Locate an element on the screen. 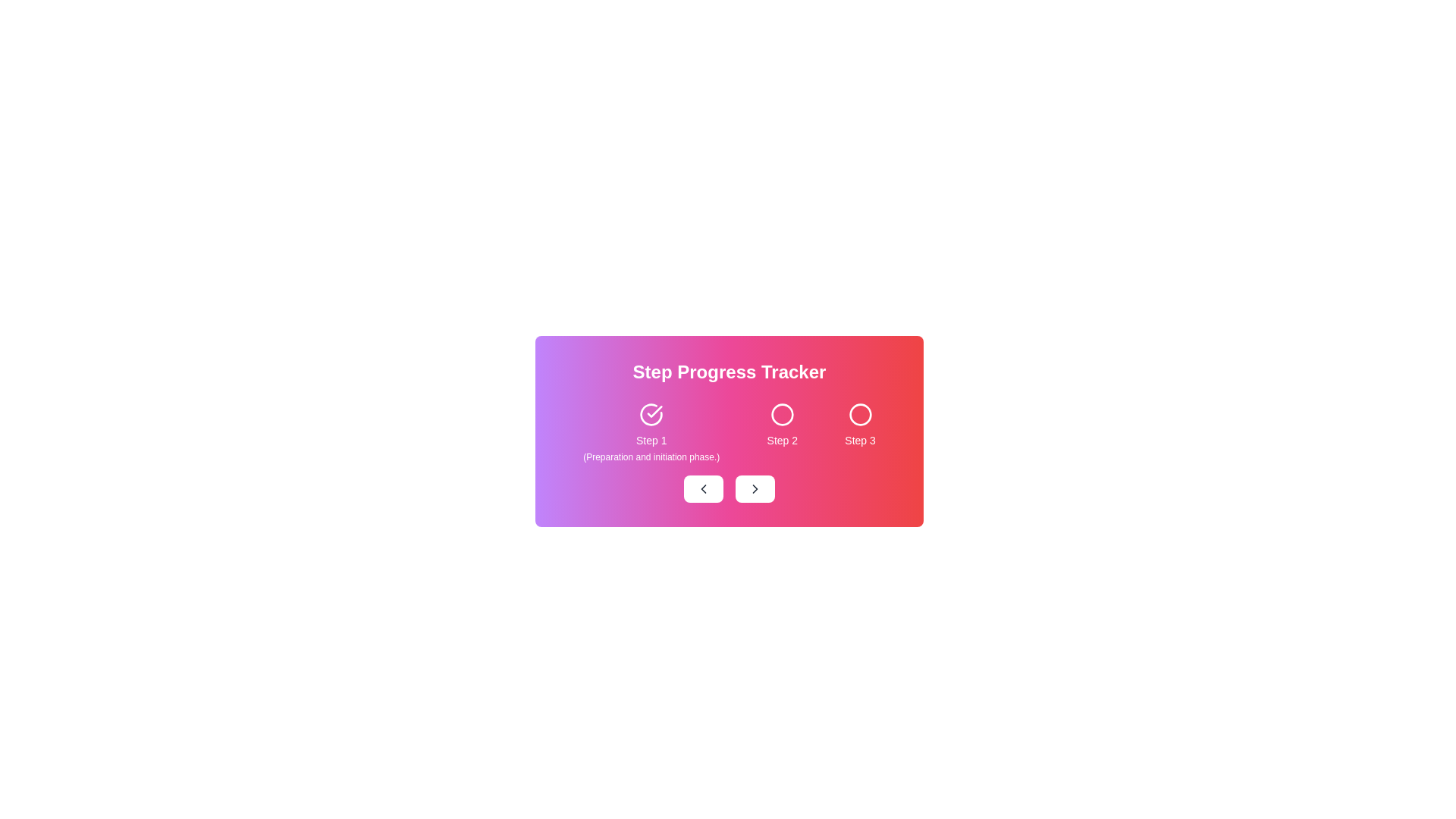 The image size is (1456, 819). the rightward-pointing chevron icon embedded within the button located in the bottom-right corner of a rounded rectangle button is located at coordinates (755, 488).